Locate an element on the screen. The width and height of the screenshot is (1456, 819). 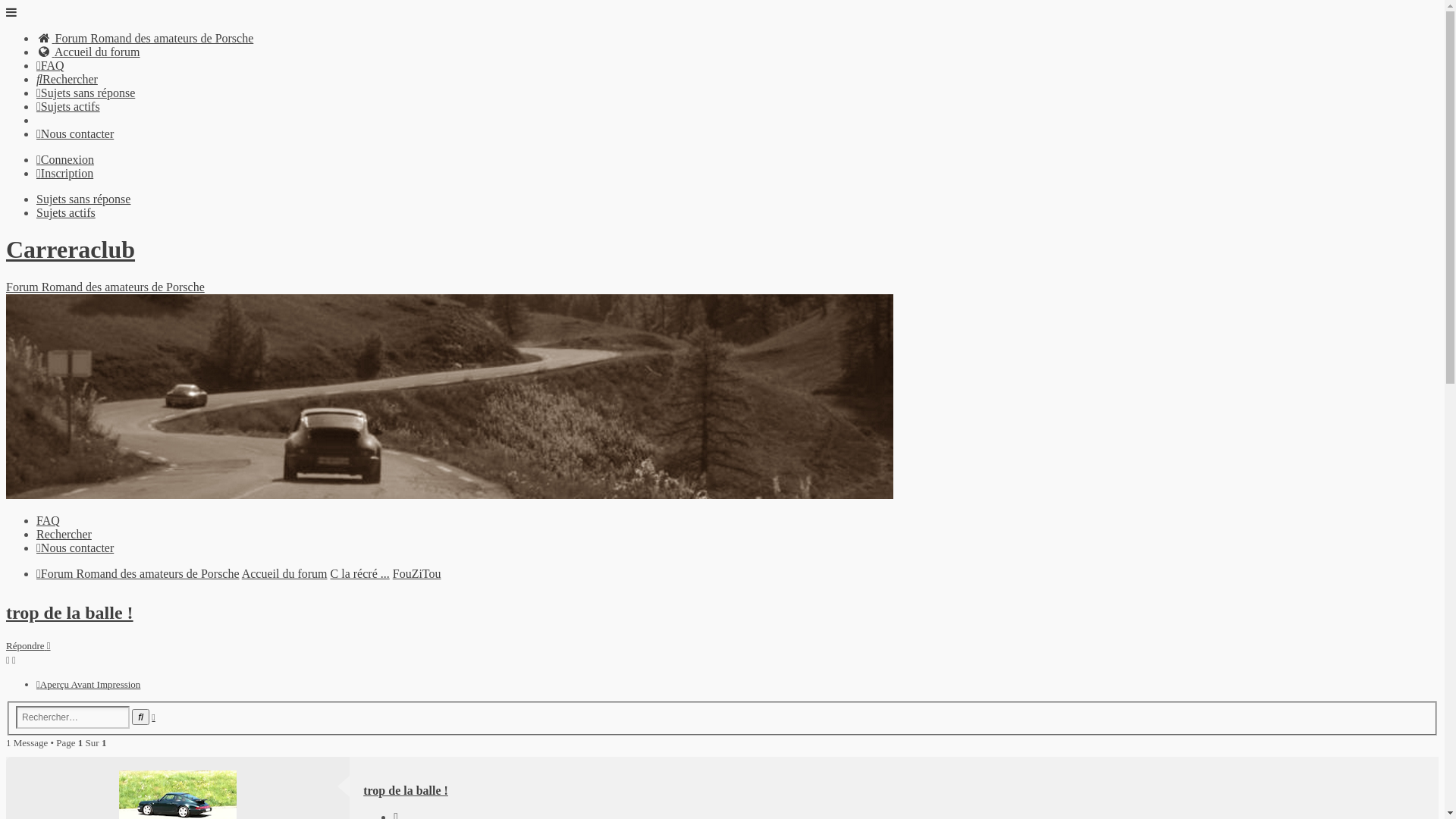
'FAQ' is located at coordinates (36, 64).